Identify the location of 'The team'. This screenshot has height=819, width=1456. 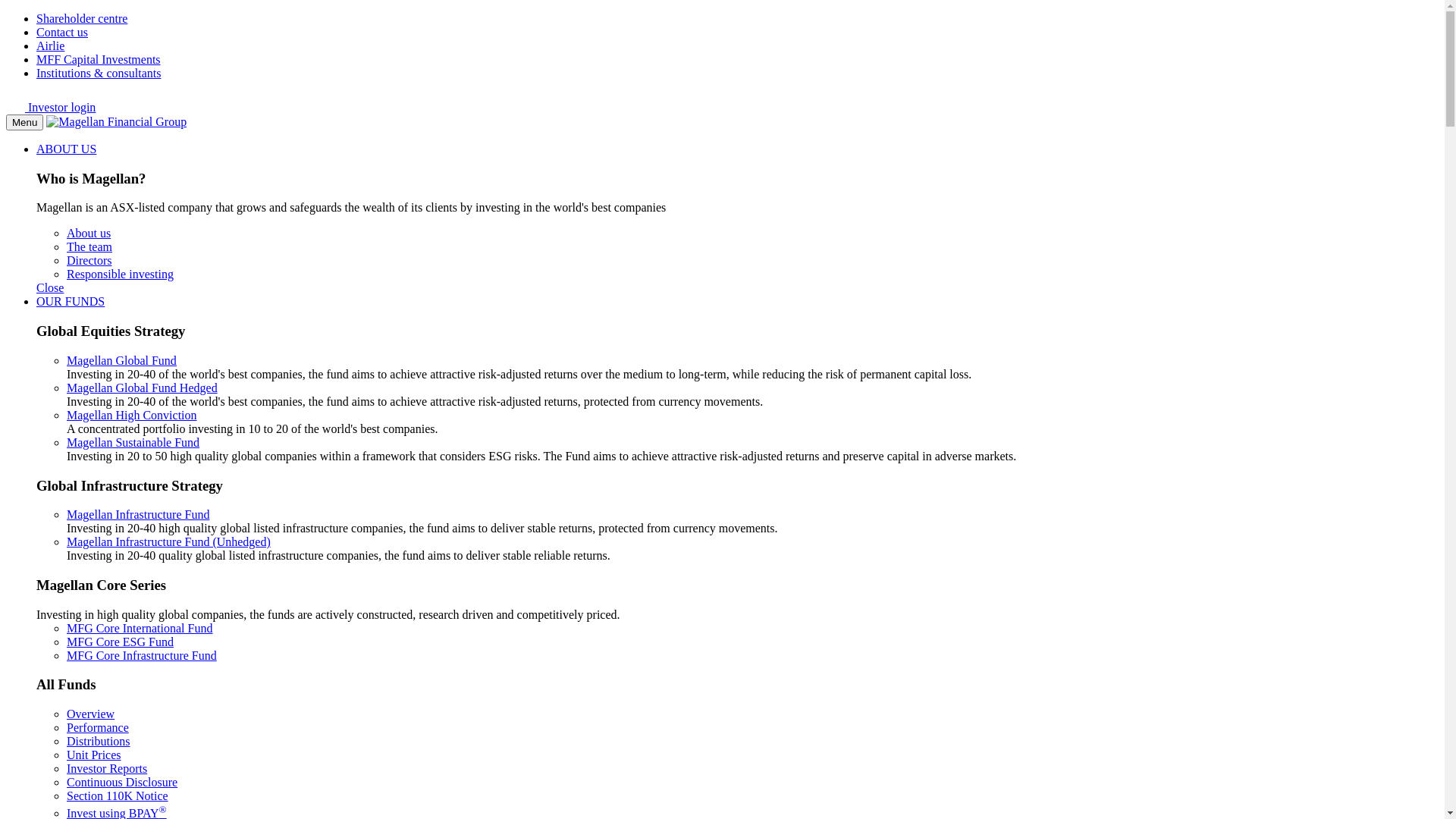
(65, 246).